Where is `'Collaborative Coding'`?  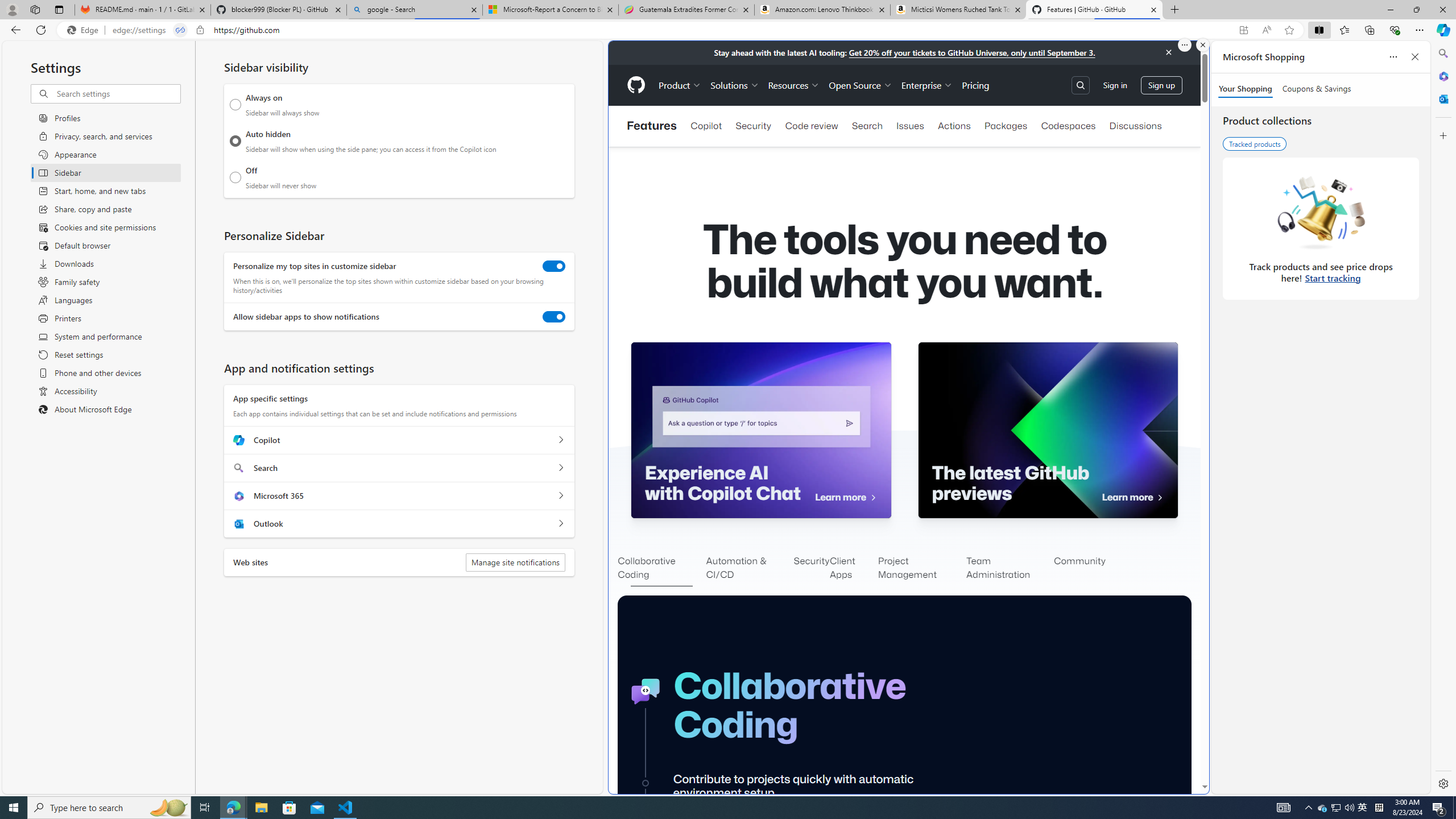
'Collaborative Coding' is located at coordinates (661, 568).